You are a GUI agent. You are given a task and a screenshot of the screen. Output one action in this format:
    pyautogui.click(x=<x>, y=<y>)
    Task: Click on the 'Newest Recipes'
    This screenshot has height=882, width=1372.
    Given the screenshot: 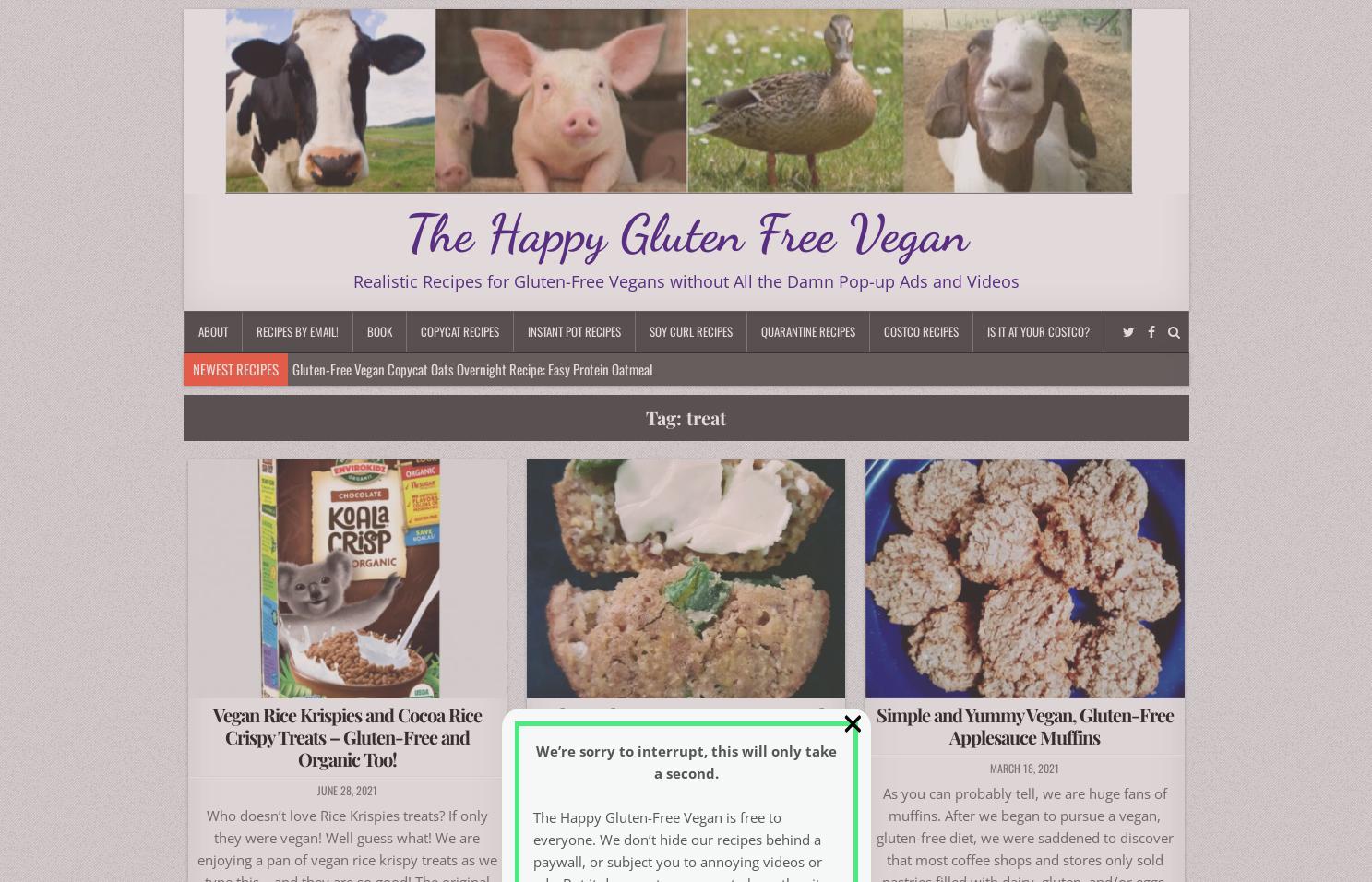 What is the action you would take?
    pyautogui.click(x=234, y=368)
    